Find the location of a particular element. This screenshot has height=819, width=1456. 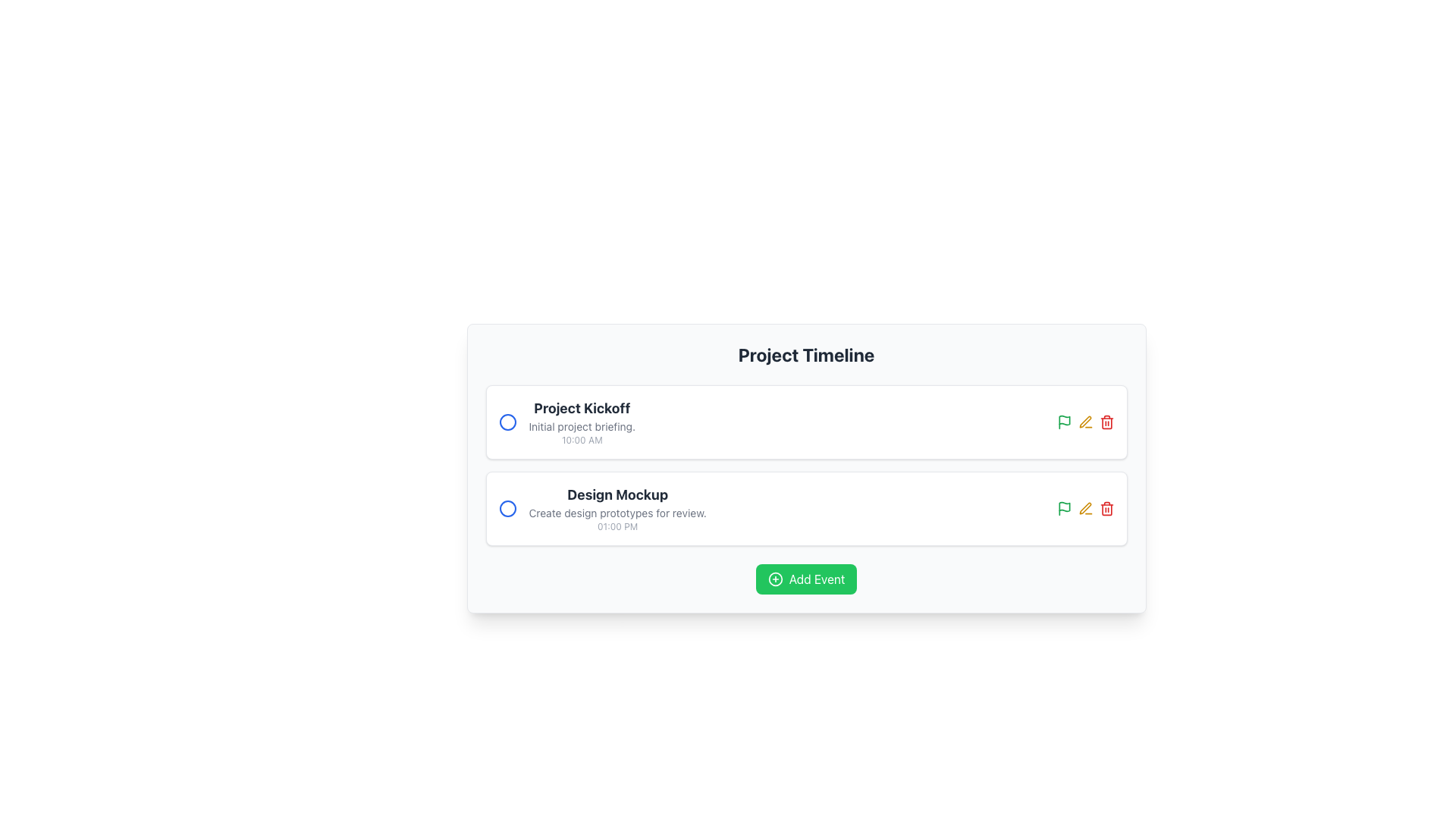

the composite text element located in the center of the second row of the schedule or task list is located at coordinates (601, 509).